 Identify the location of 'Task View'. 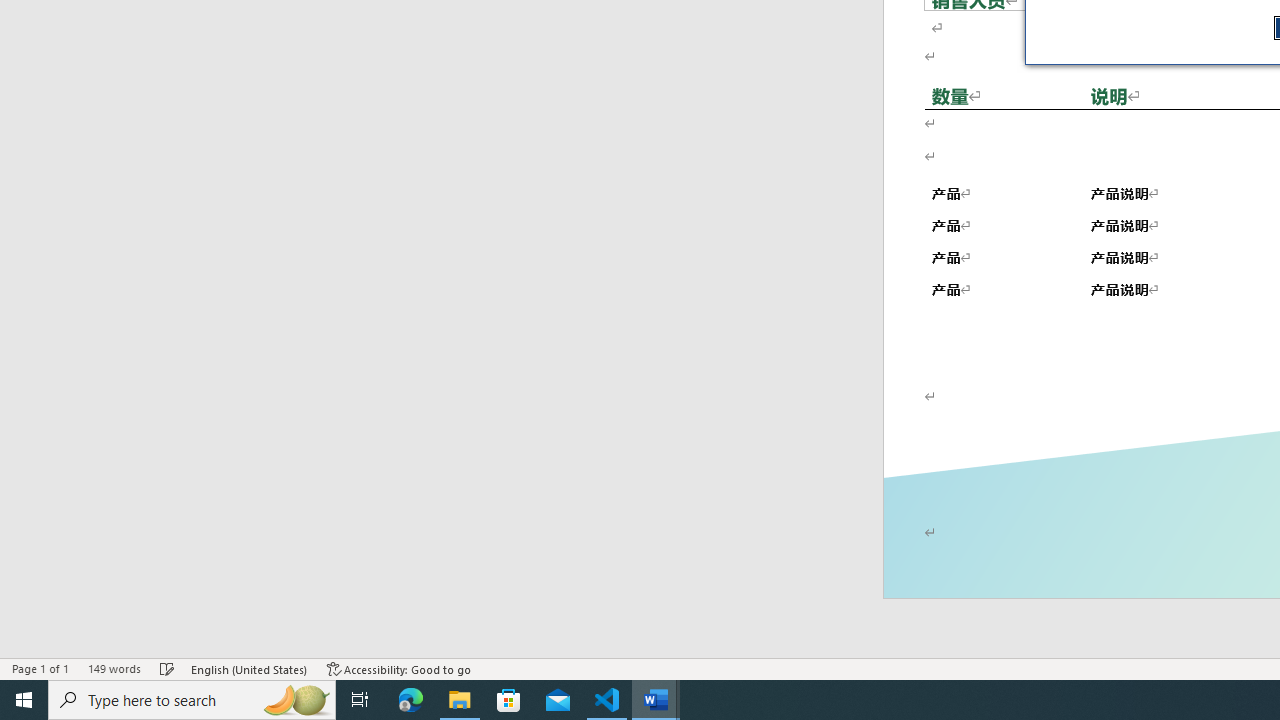
(359, 698).